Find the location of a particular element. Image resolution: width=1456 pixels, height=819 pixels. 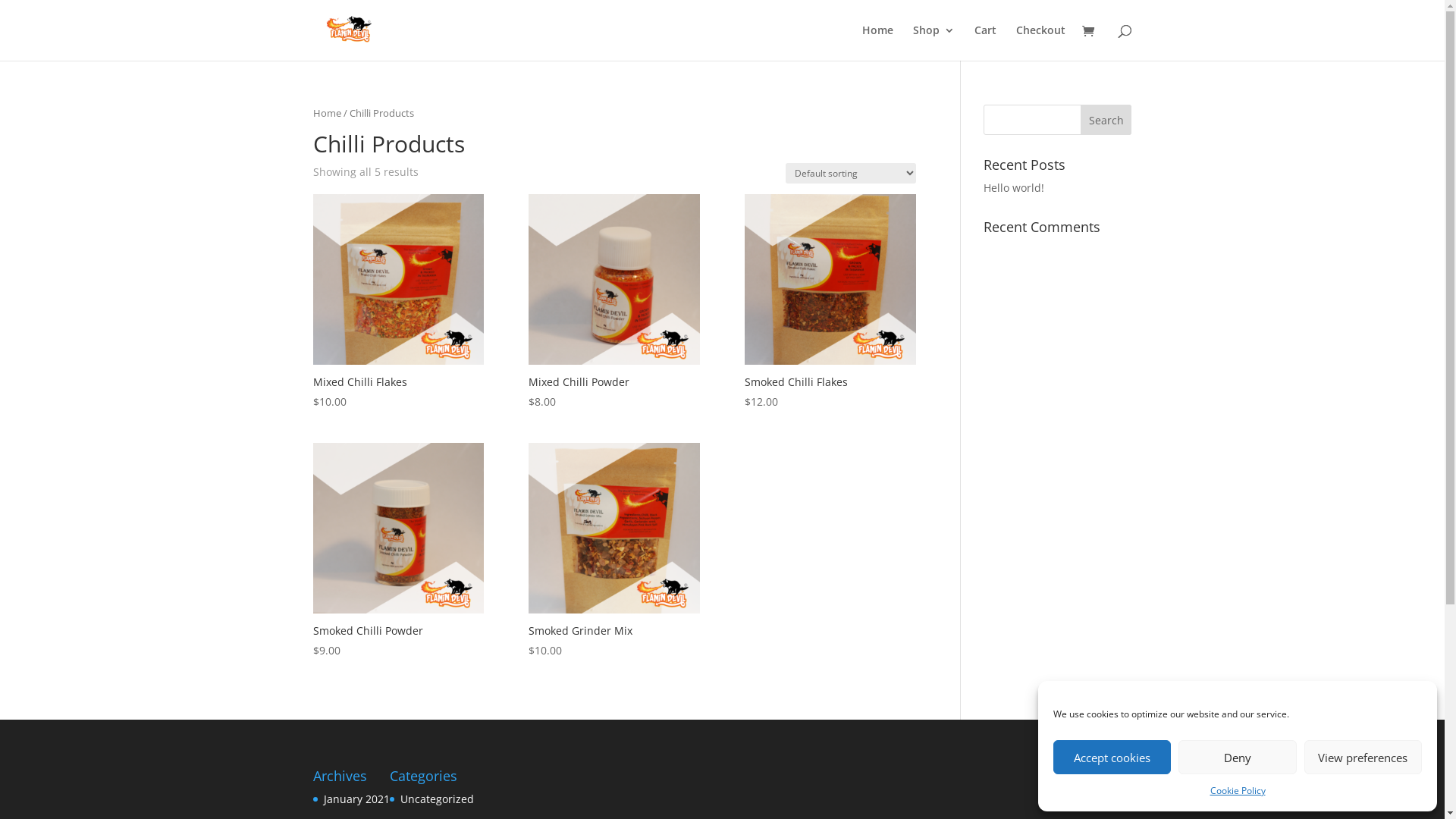

'Hello world!' is located at coordinates (983, 187).